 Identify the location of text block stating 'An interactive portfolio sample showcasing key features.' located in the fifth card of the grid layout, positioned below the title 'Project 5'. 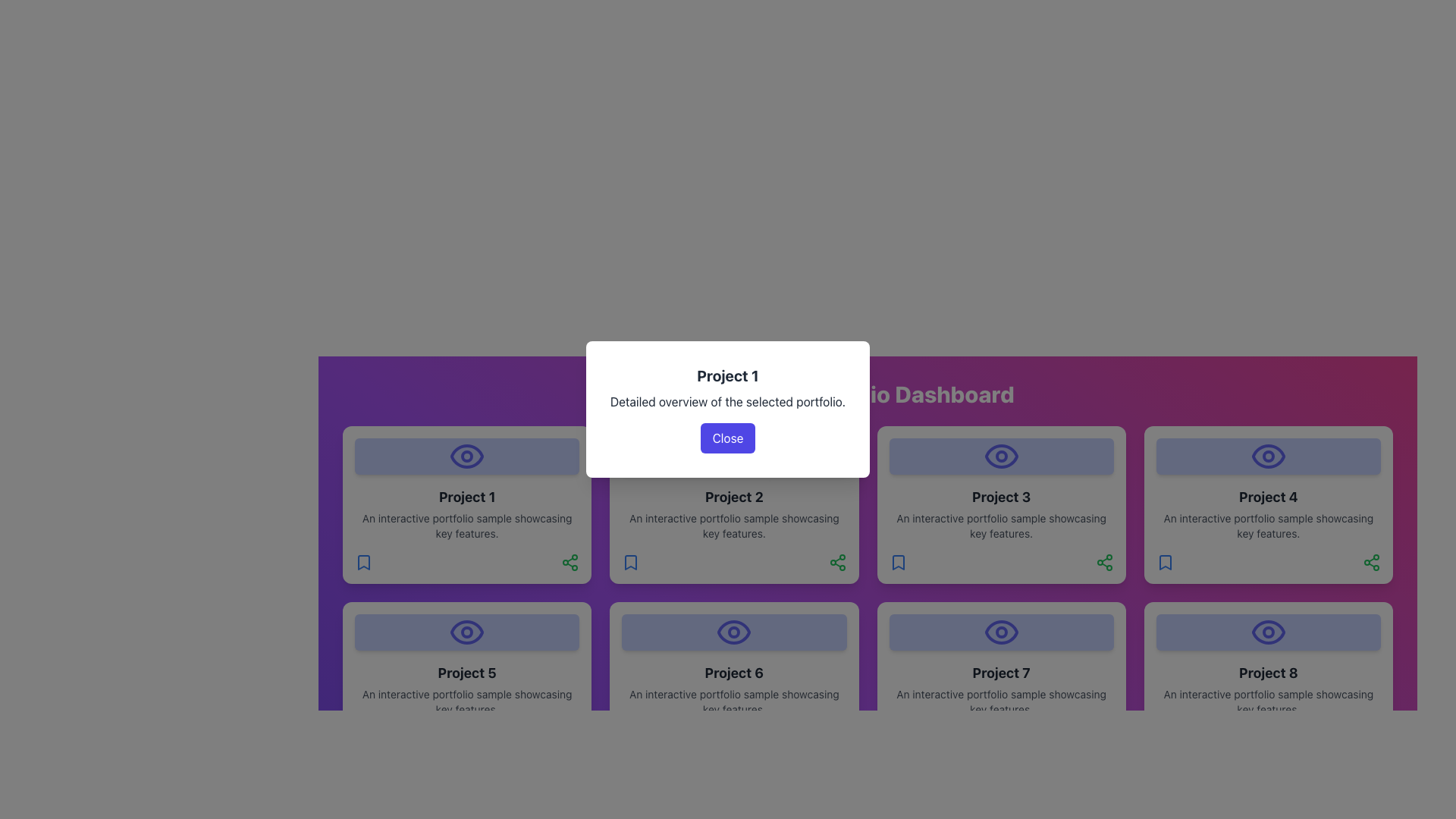
(466, 701).